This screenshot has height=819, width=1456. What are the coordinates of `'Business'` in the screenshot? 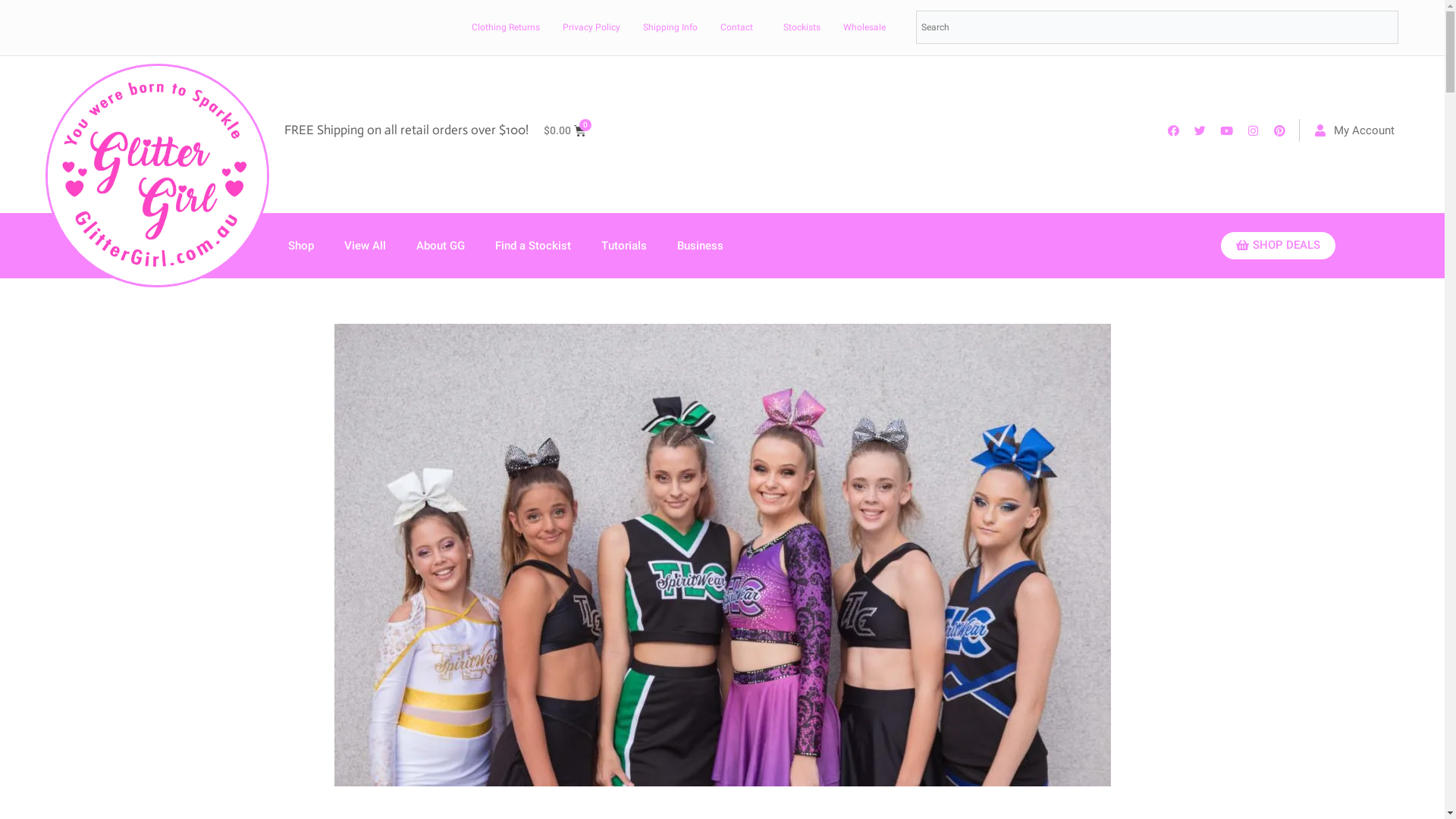 It's located at (699, 245).